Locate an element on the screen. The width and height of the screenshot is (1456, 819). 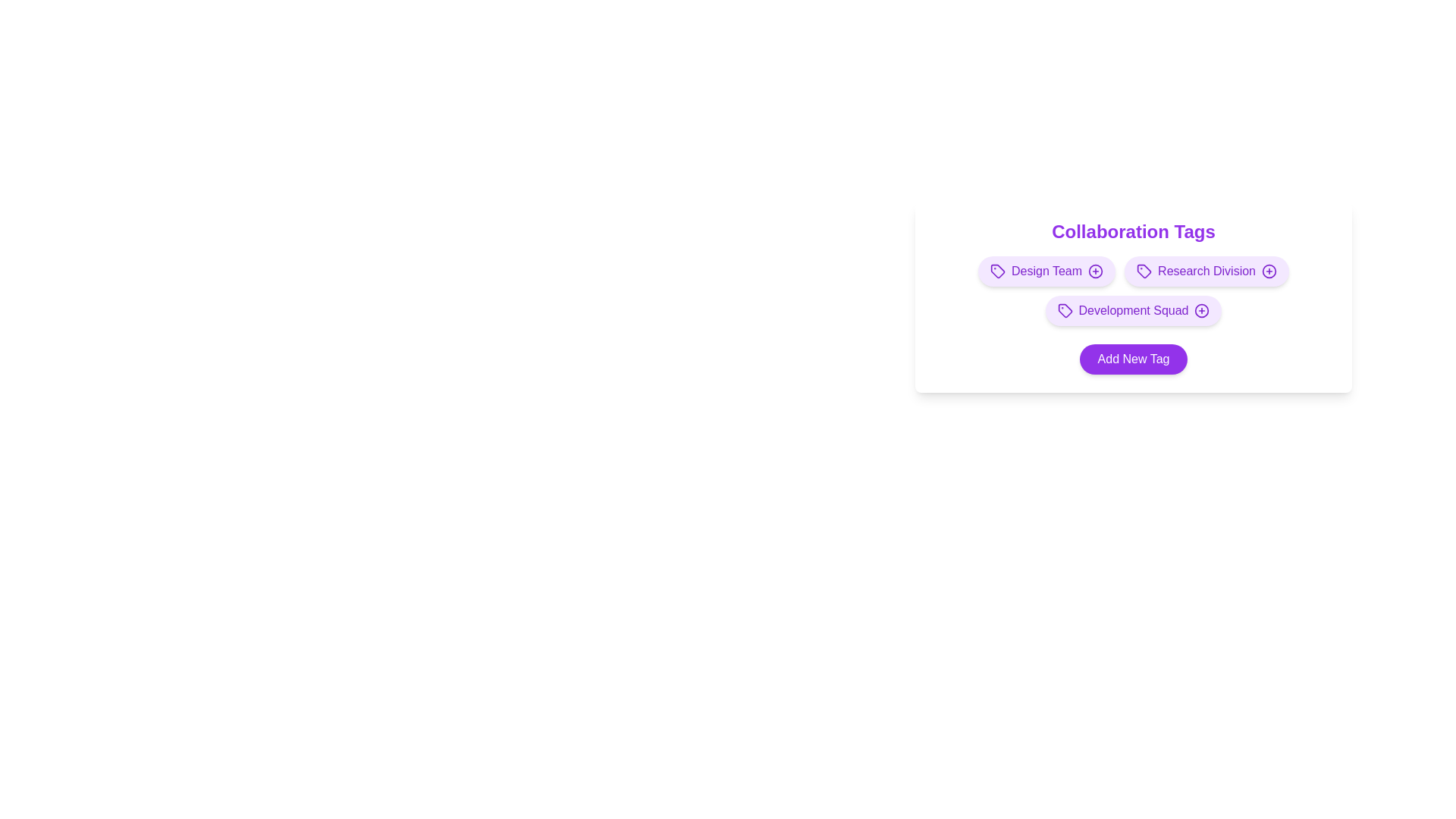
remove icon next to the tag labeled Research Division to delete it is located at coordinates (1269, 271).